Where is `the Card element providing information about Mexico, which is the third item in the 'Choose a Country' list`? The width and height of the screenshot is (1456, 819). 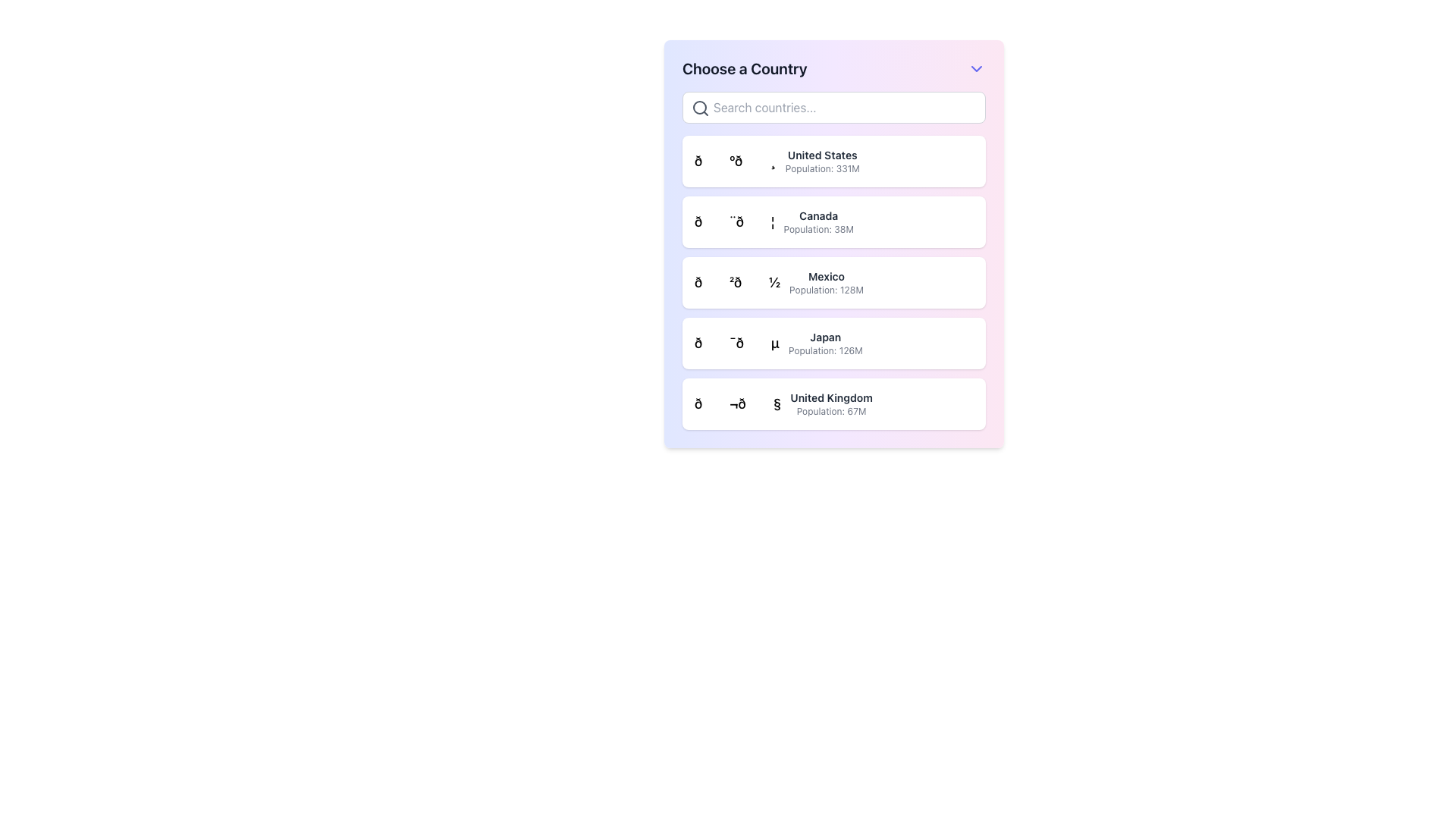 the Card element providing information about Mexico, which is the third item in the 'Choose a Country' list is located at coordinates (833, 283).